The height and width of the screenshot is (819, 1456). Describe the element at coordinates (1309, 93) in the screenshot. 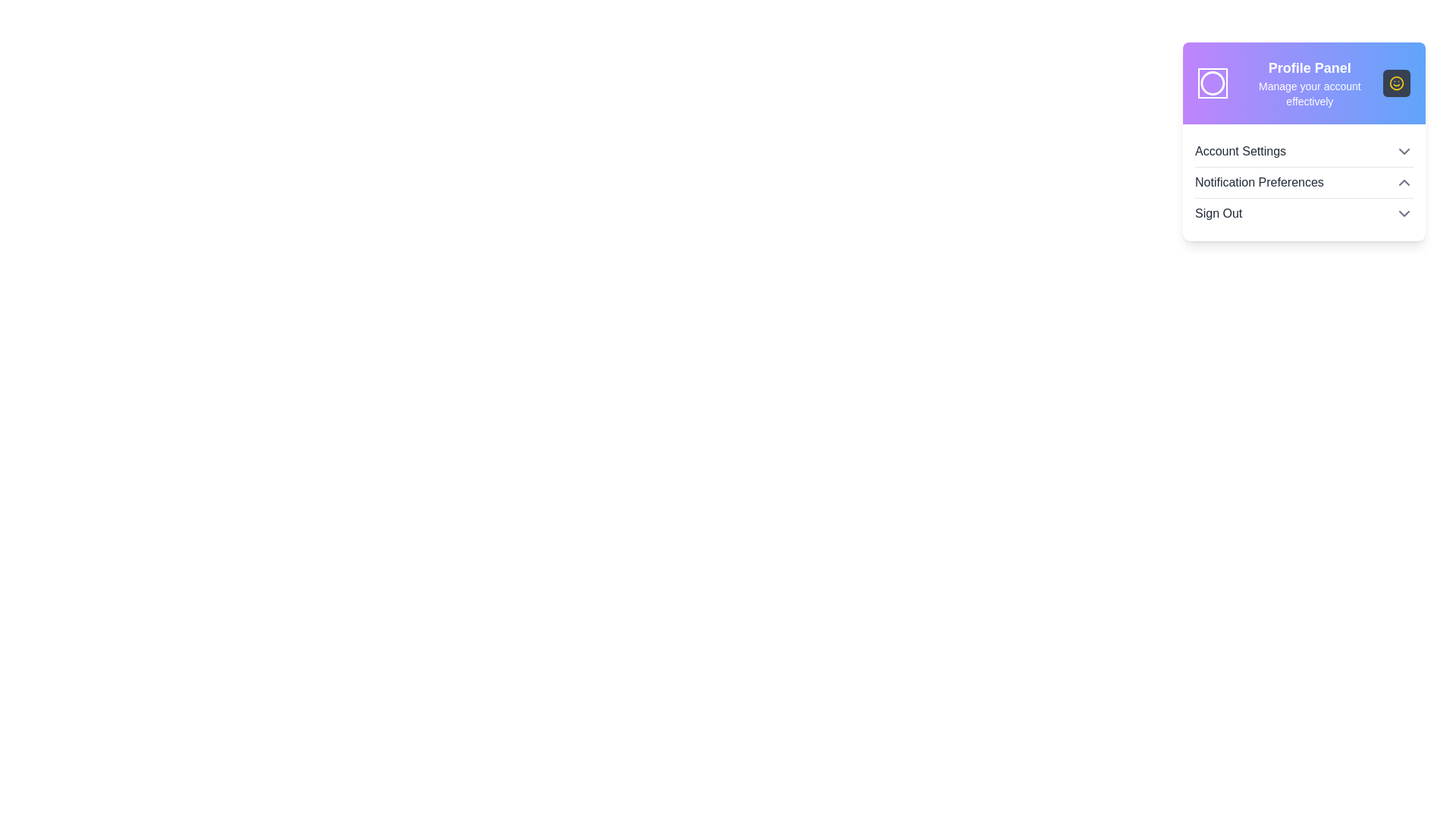

I see `descriptive text located directly below the 'Profile Panel' heading in the account management section of the interface` at that location.